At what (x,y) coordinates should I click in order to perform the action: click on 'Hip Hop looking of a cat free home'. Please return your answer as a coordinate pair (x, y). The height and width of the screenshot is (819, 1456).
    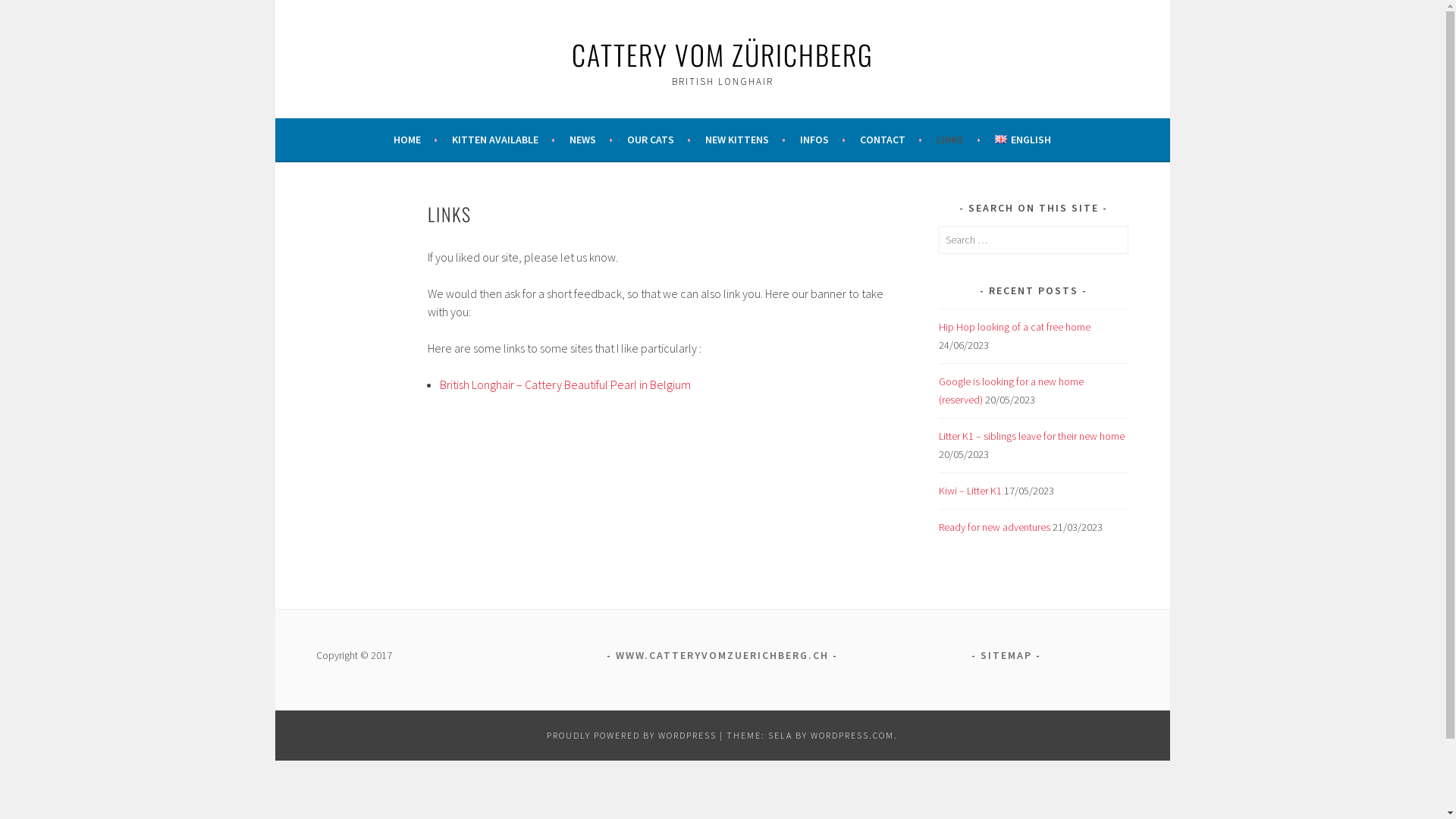
    Looking at the image, I should click on (1015, 326).